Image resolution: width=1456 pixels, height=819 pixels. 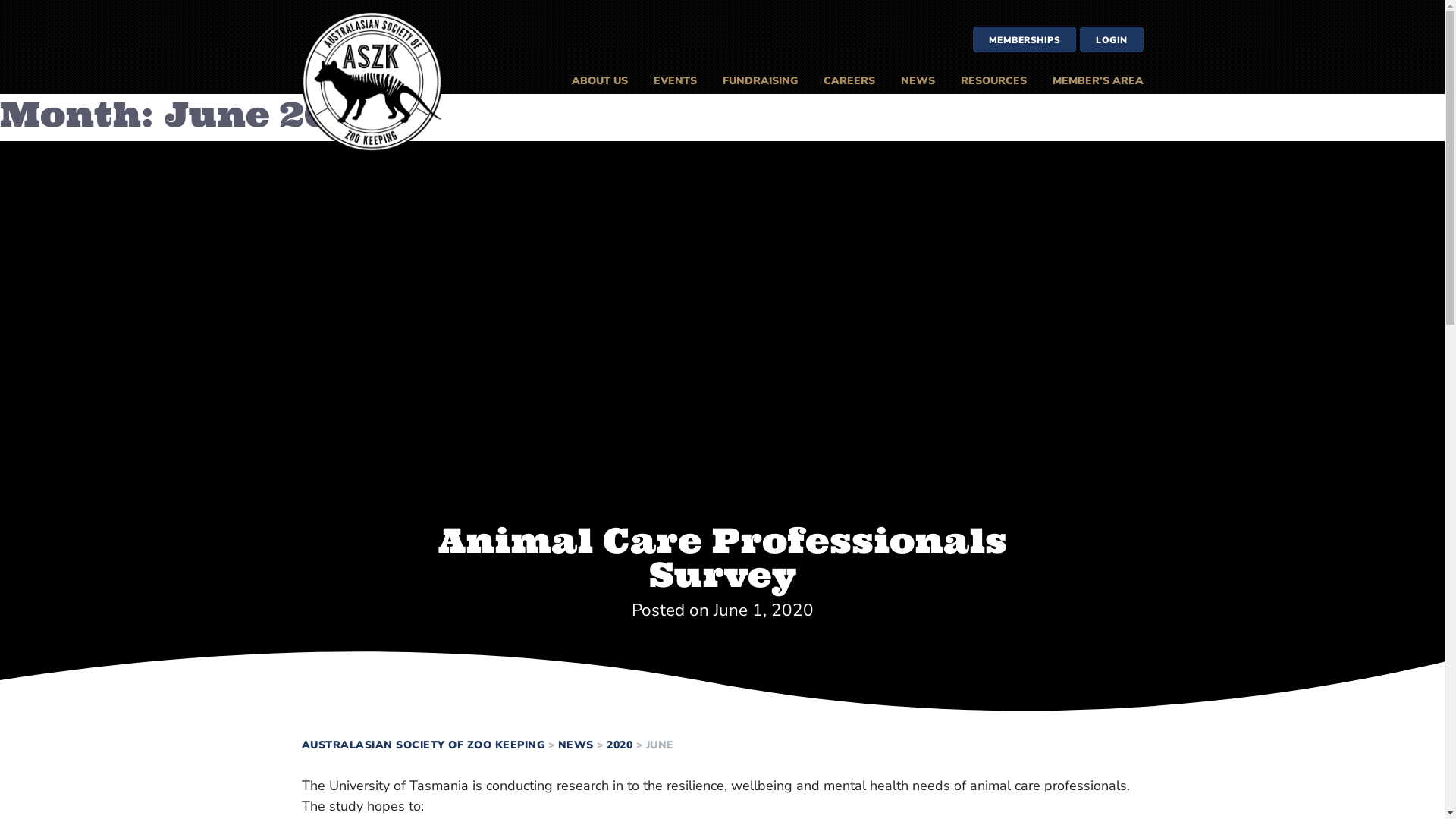 What do you see at coordinates (423, 744) in the screenshot?
I see `'AUSTRALASIAN SOCIETY OF ZOO KEEPING'` at bounding box center [423, 744].